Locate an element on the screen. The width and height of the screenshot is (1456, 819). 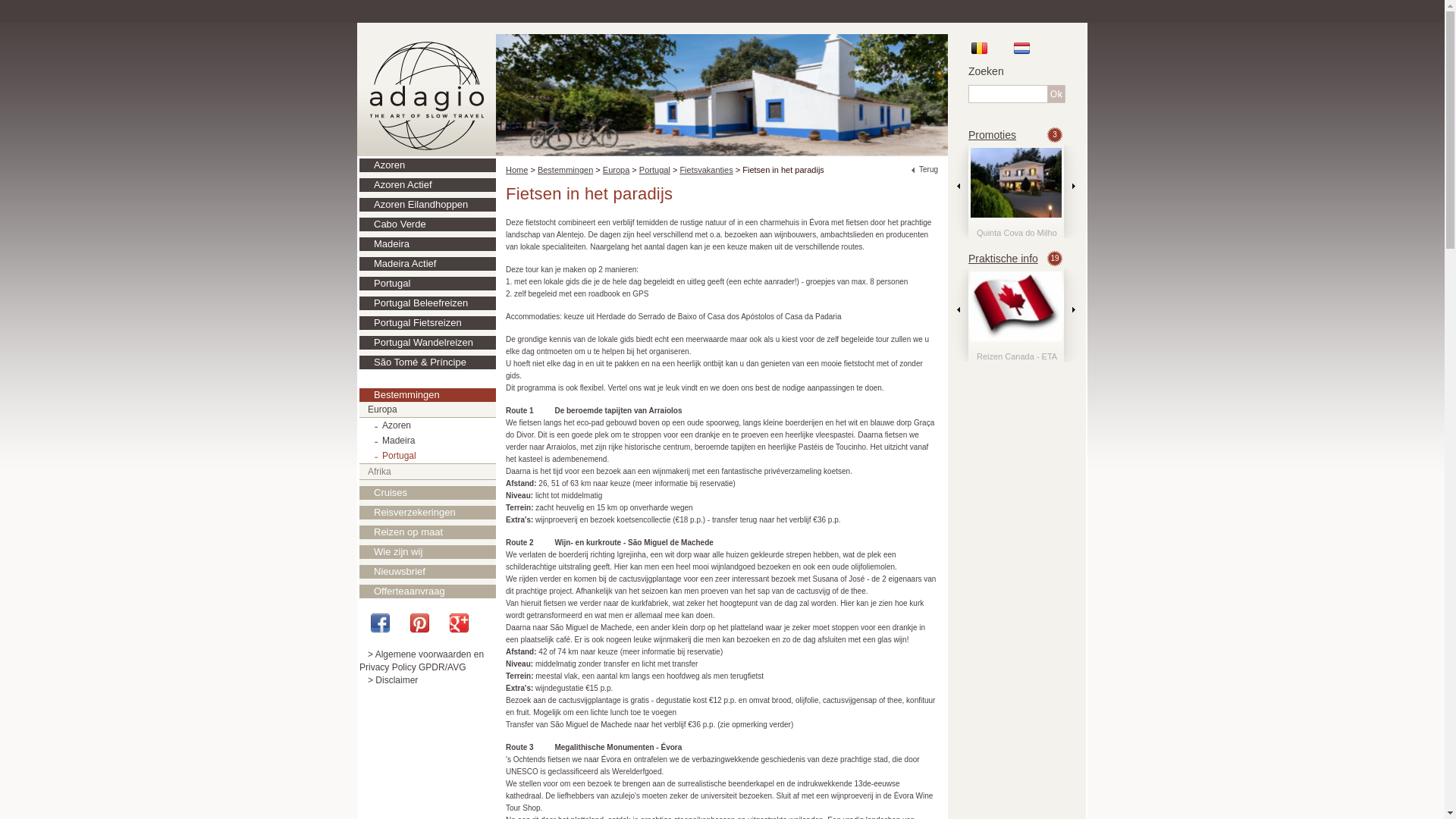
'Azoren Eilandhoppen' is located at coordinates (427, 205).